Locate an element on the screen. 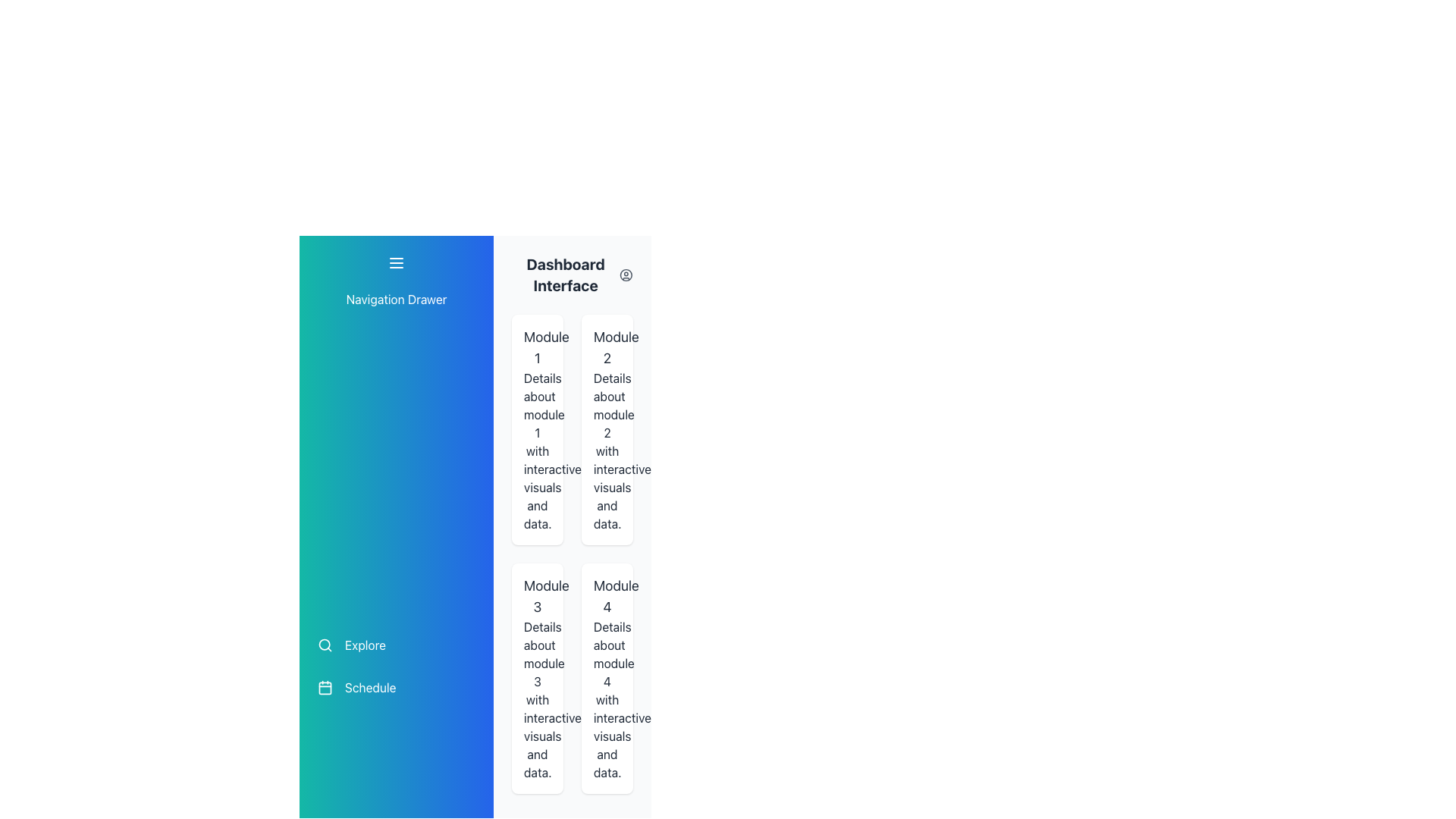 The width and height of the screenshot is (1456, 819). the first navigation button in the vertical list within the navigation drawer is located at coordinates (397, 645).